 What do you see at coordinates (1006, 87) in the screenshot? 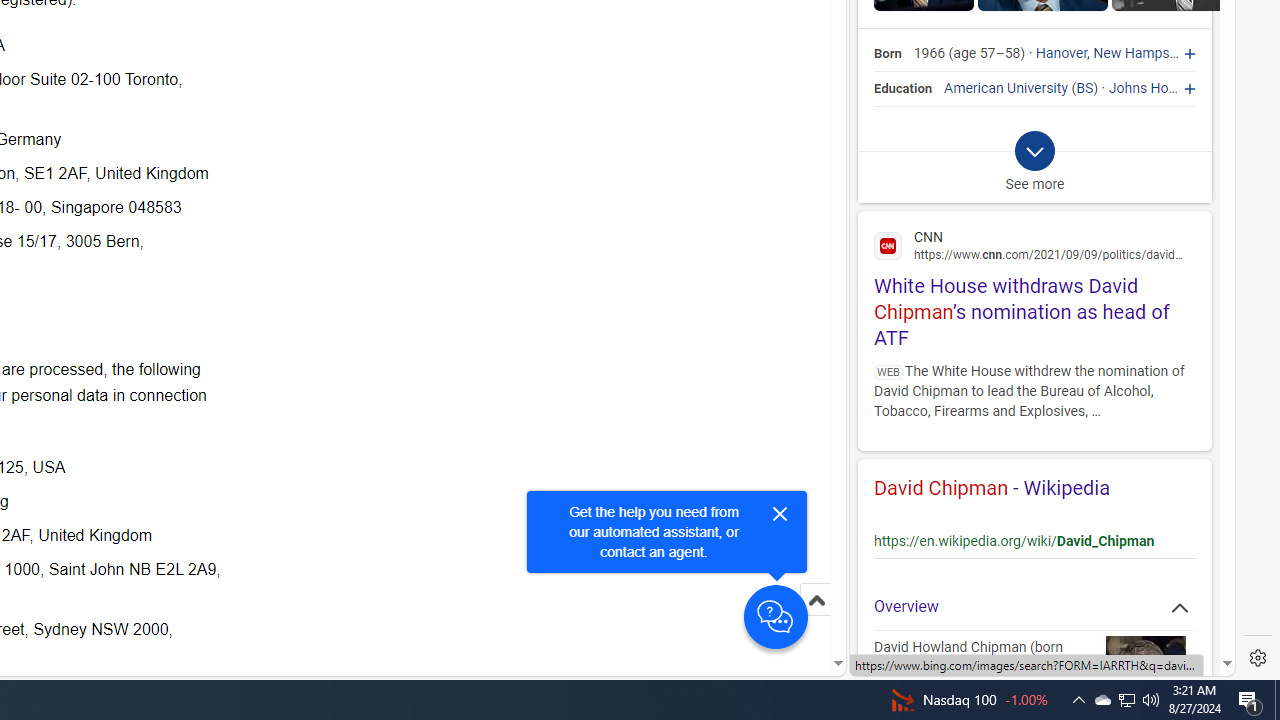
I see `'American University'` at bounding box center [1006, 87].